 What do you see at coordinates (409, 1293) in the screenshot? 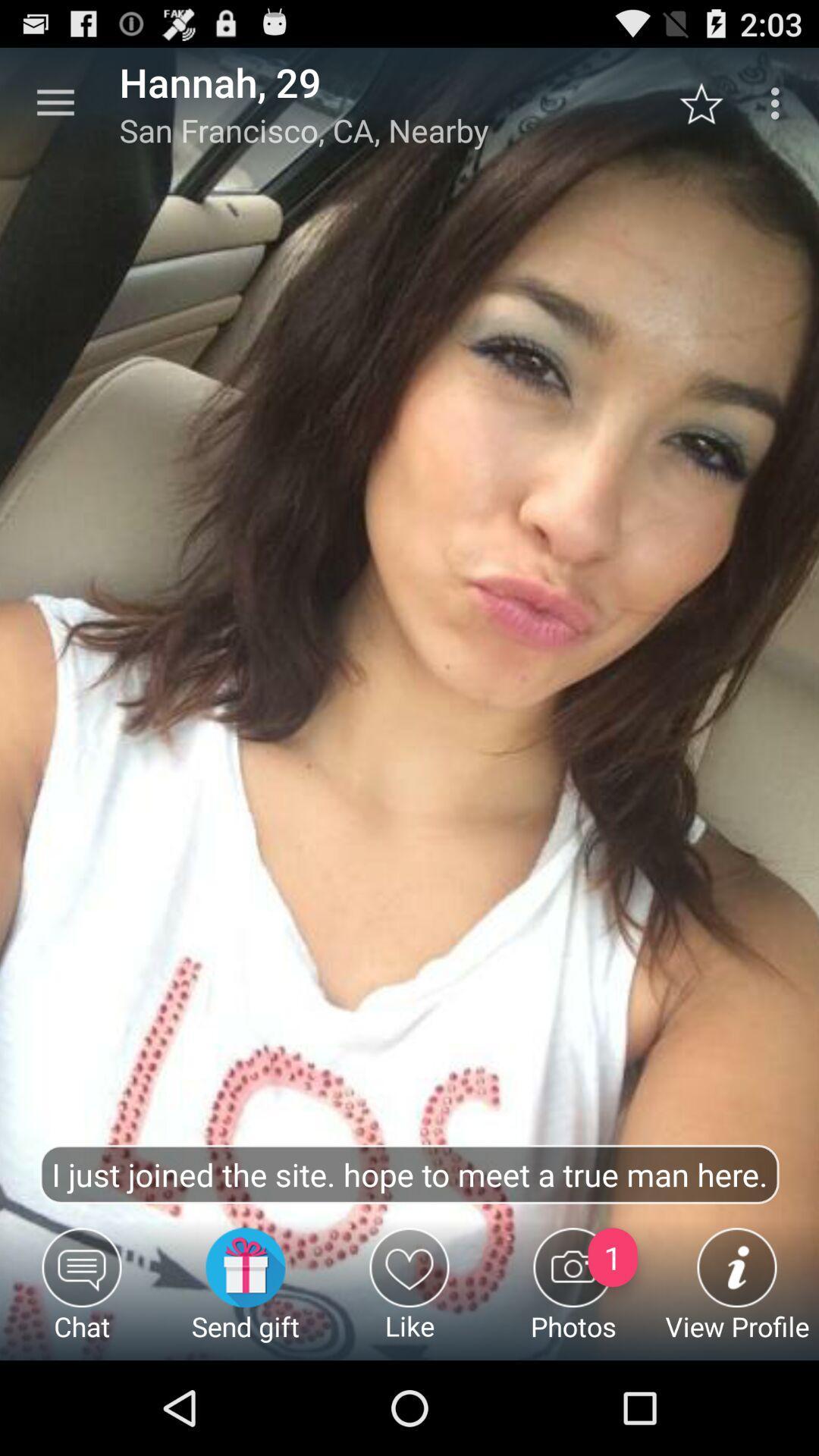
I see `icon below the i just joined icon` at bounding box center [409, 1293].